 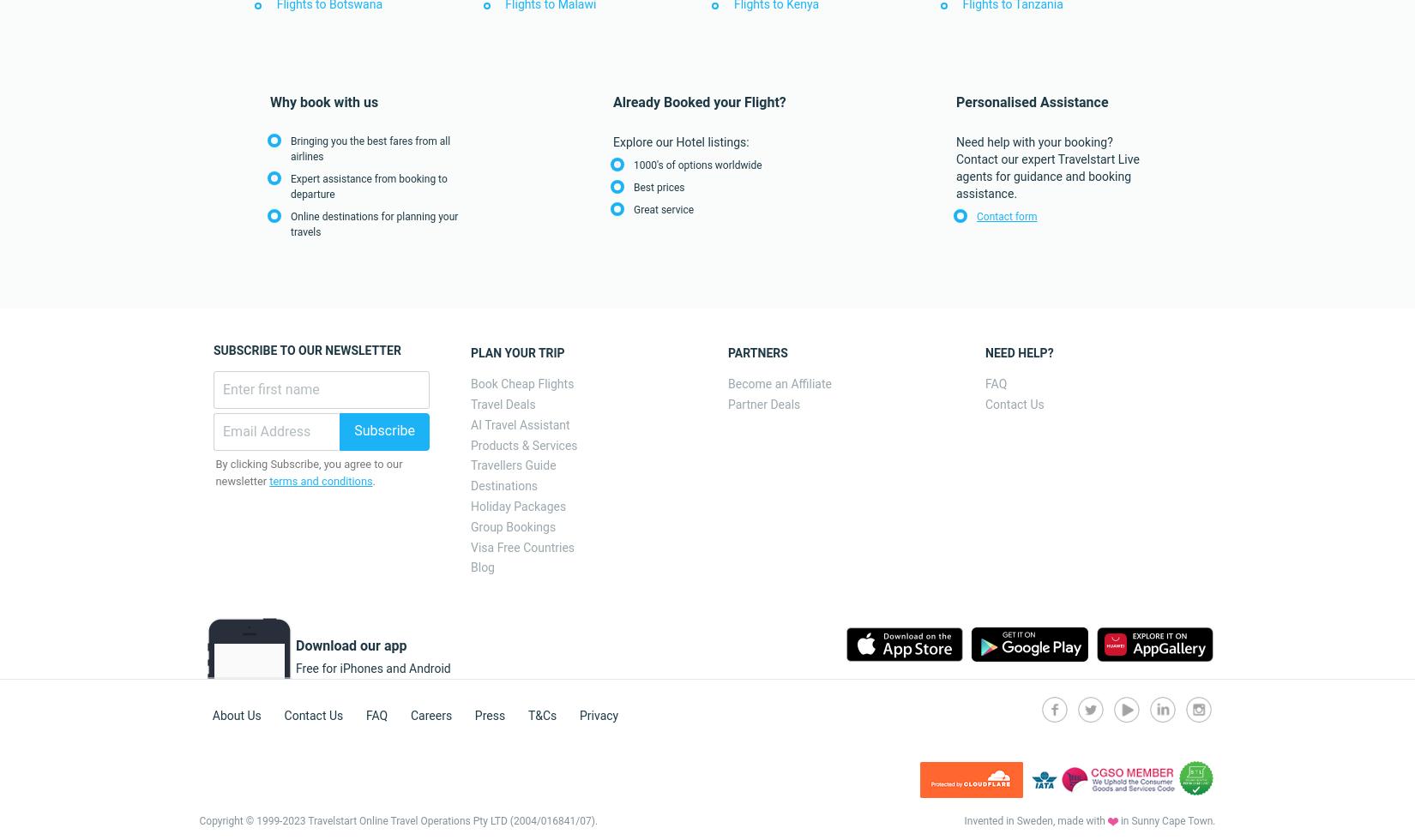 I want to click on 'By clicking Subscribe,
you
agree to our newsletter', so click(x=309, y=472).